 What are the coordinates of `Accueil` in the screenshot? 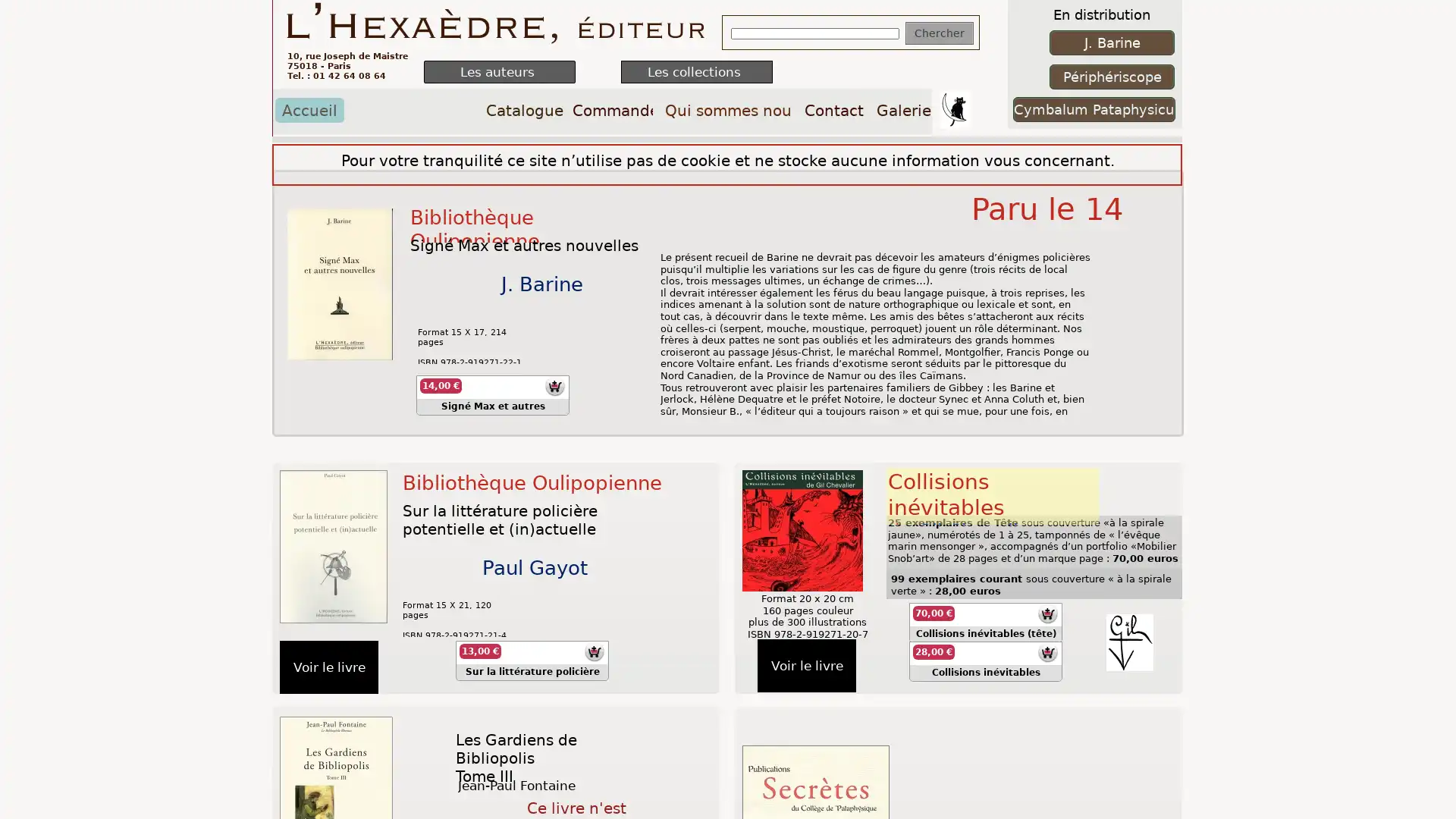 It's located at (309, 109).